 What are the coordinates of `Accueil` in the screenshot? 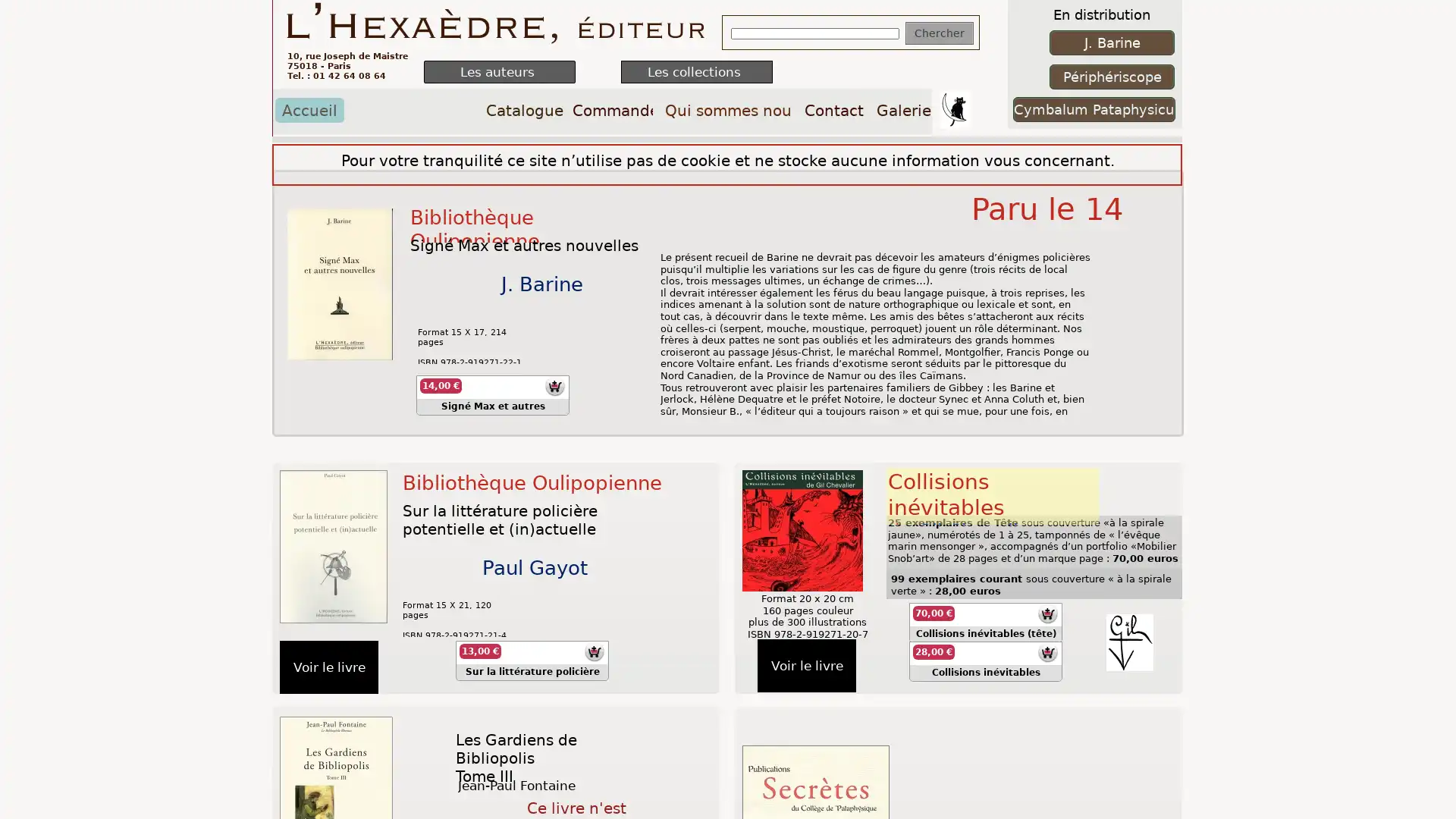 It's located at (309, 109).